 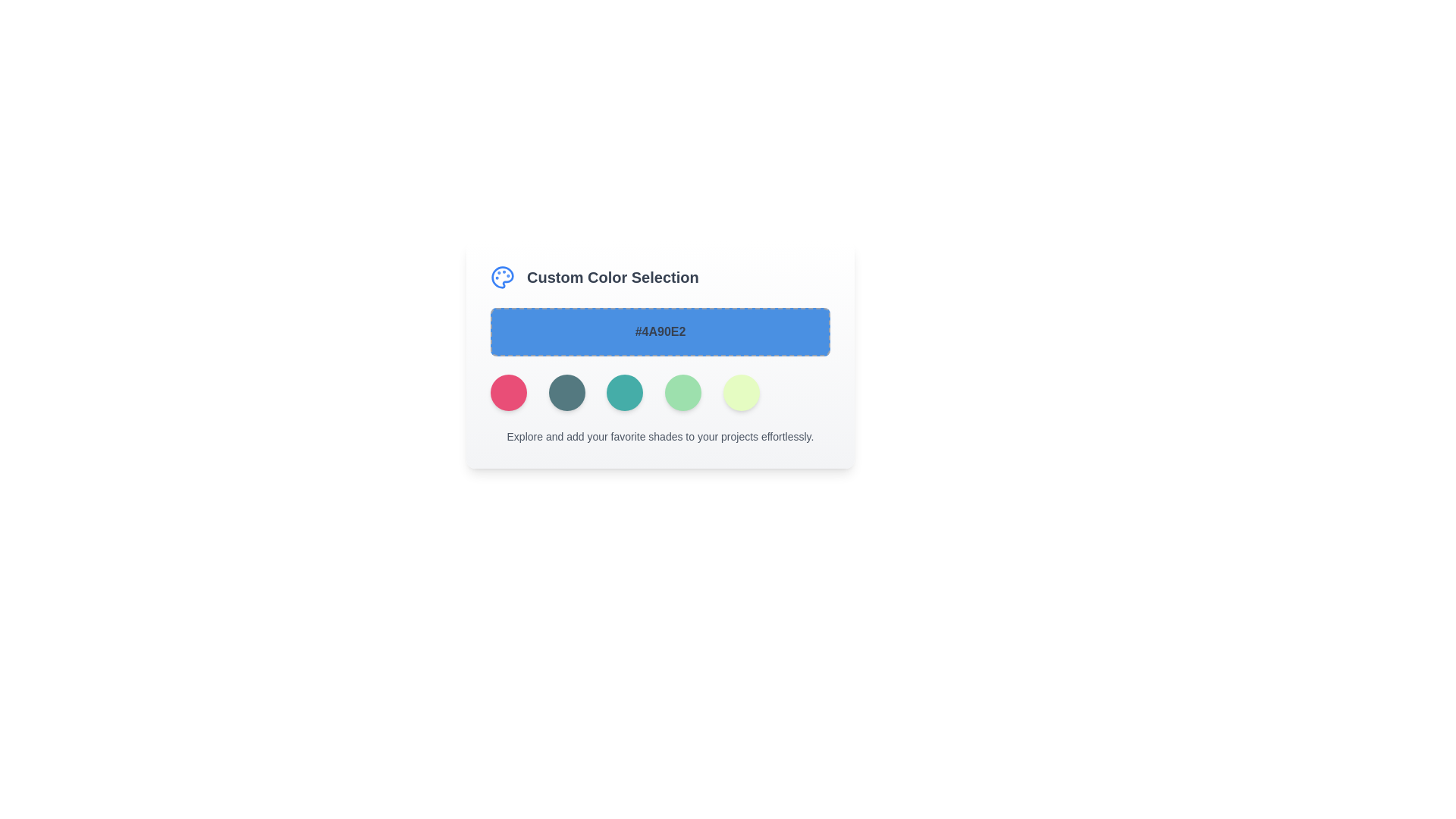 I want to click on the blue color display box with the hexadecimal code '#4A90E2', located beneath the title 'Custom Color Selection', so click(x=660, y=331).